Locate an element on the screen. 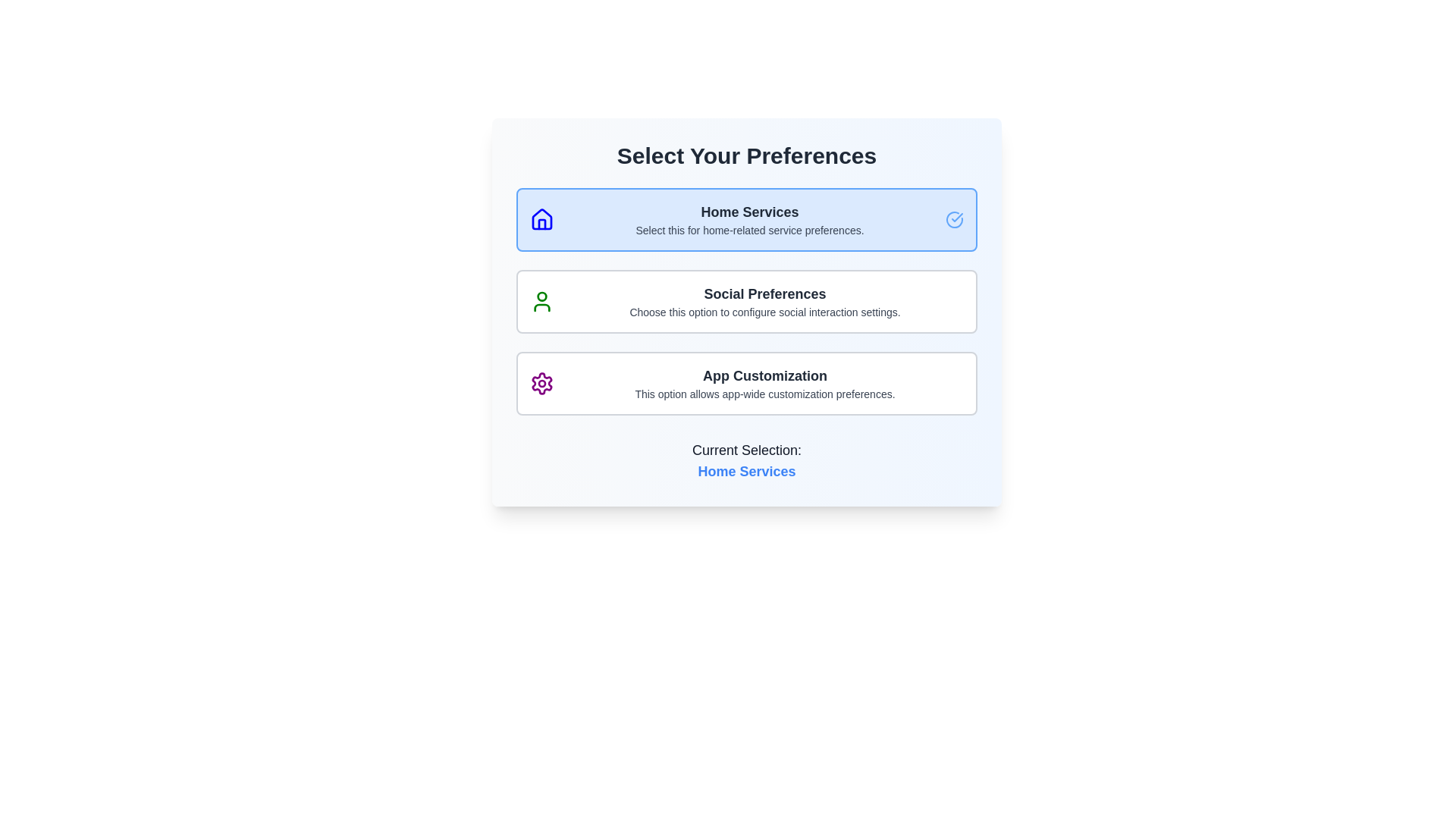 This screenshot has height=819, width=1456. the purple gear icon located at the top-left corner of the 'App Customization' option card to indicate activation is located at coordinates (542, 382).